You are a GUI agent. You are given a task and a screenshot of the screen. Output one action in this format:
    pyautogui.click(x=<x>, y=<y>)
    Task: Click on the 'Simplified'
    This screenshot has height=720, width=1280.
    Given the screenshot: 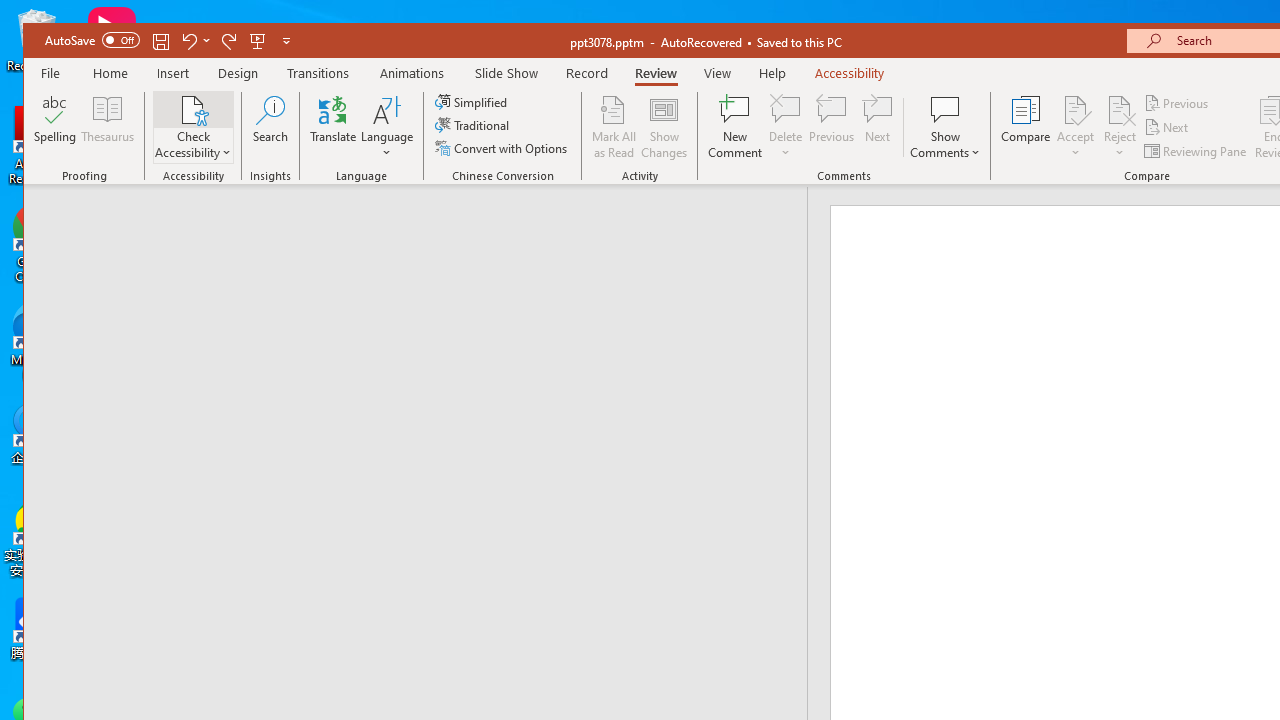 What is the action you would take?
    pyautogui.click(x=472, y=102)
    